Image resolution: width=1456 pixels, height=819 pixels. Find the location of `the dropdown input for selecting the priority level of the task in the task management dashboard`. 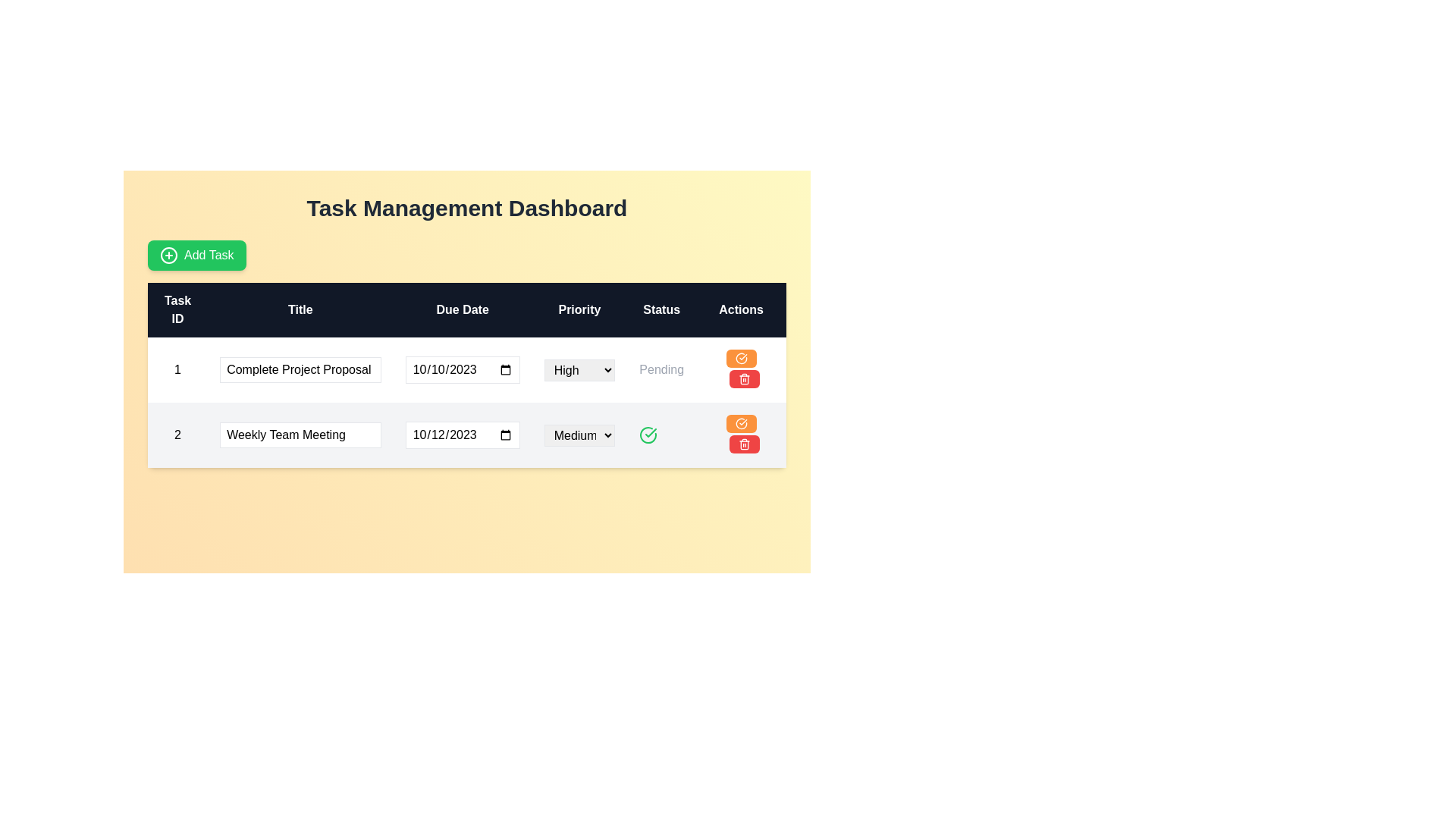

the dropdown input for selecting the priority level of the task in the task management dashboard is located at coordinates (579, 370).